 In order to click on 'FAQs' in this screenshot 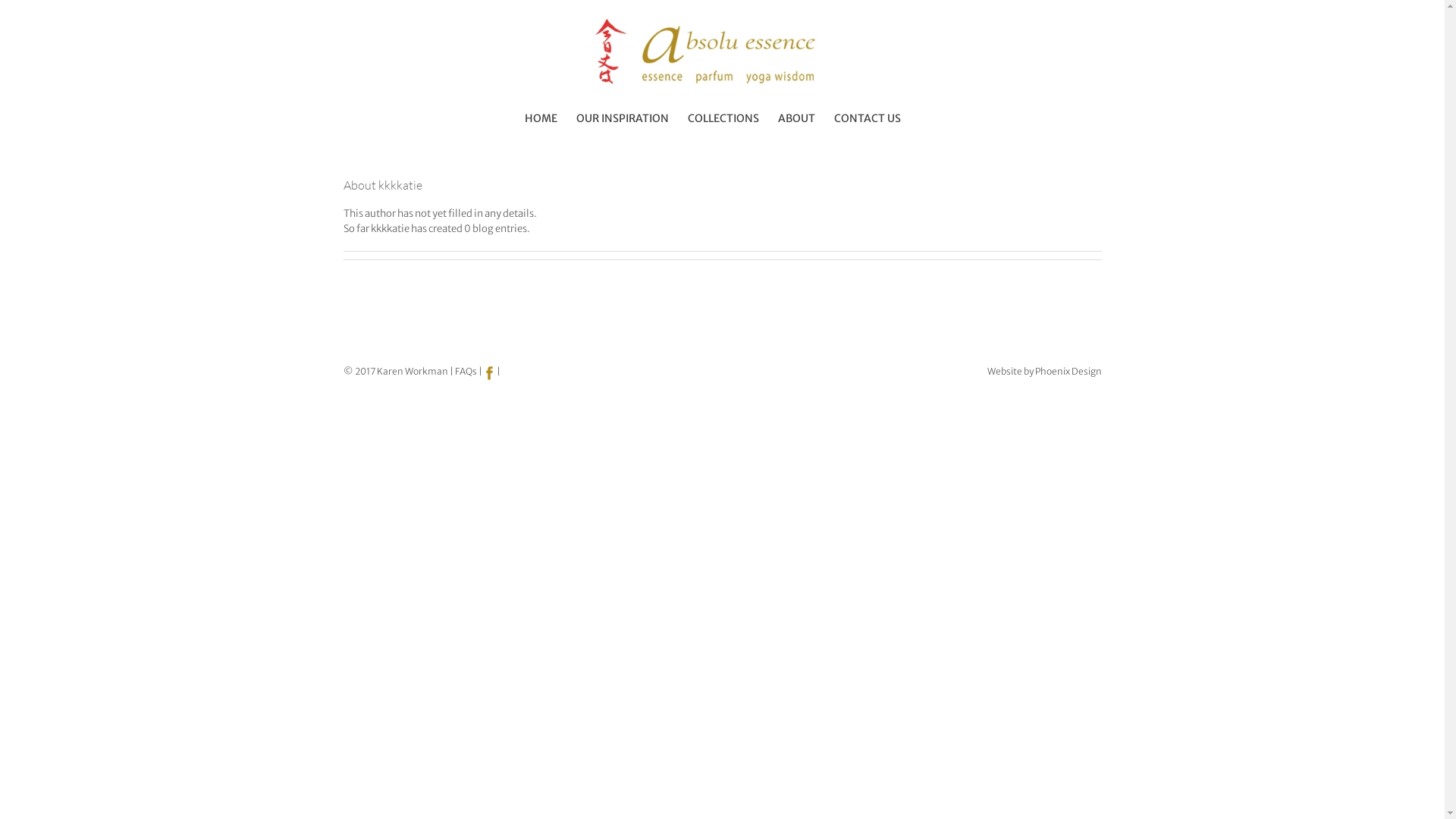, I will do `click(465, 371)`.